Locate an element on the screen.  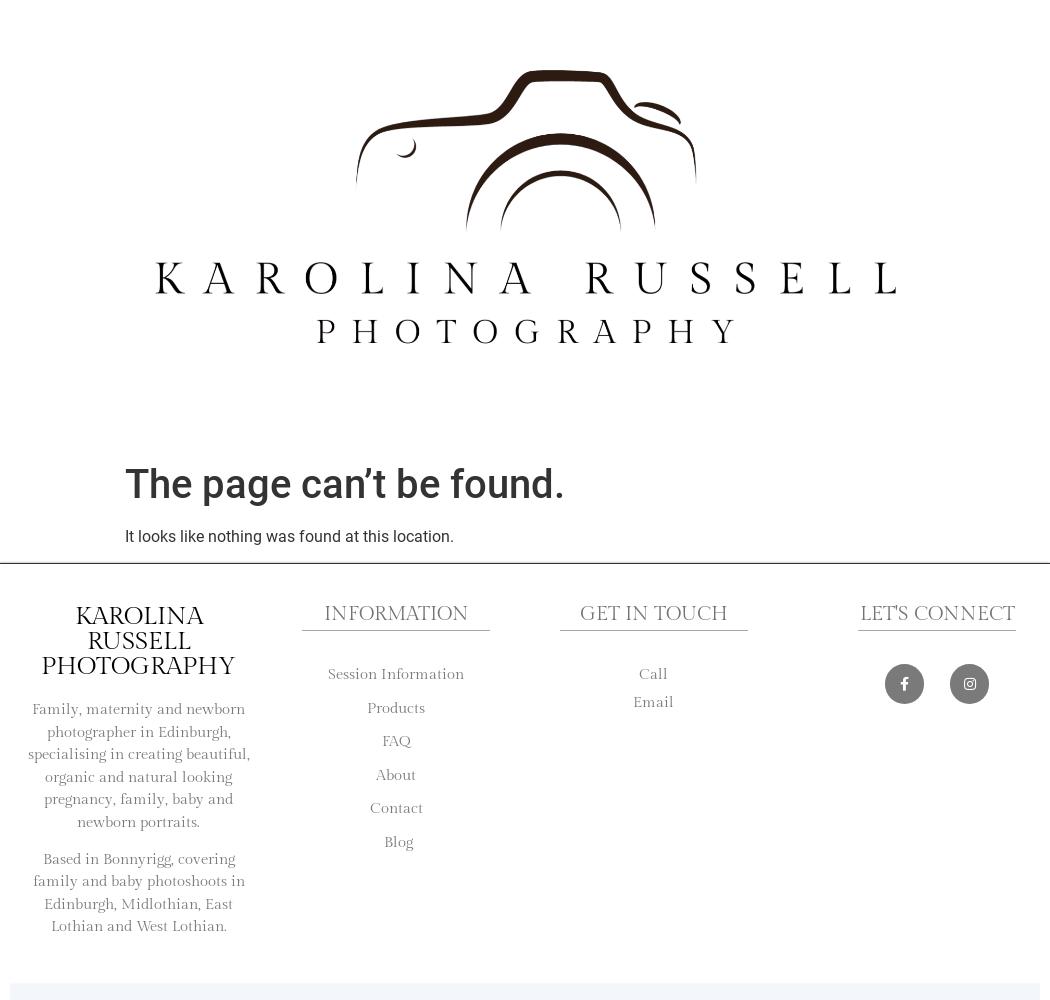
'About' is located at coordinates (395, 774).